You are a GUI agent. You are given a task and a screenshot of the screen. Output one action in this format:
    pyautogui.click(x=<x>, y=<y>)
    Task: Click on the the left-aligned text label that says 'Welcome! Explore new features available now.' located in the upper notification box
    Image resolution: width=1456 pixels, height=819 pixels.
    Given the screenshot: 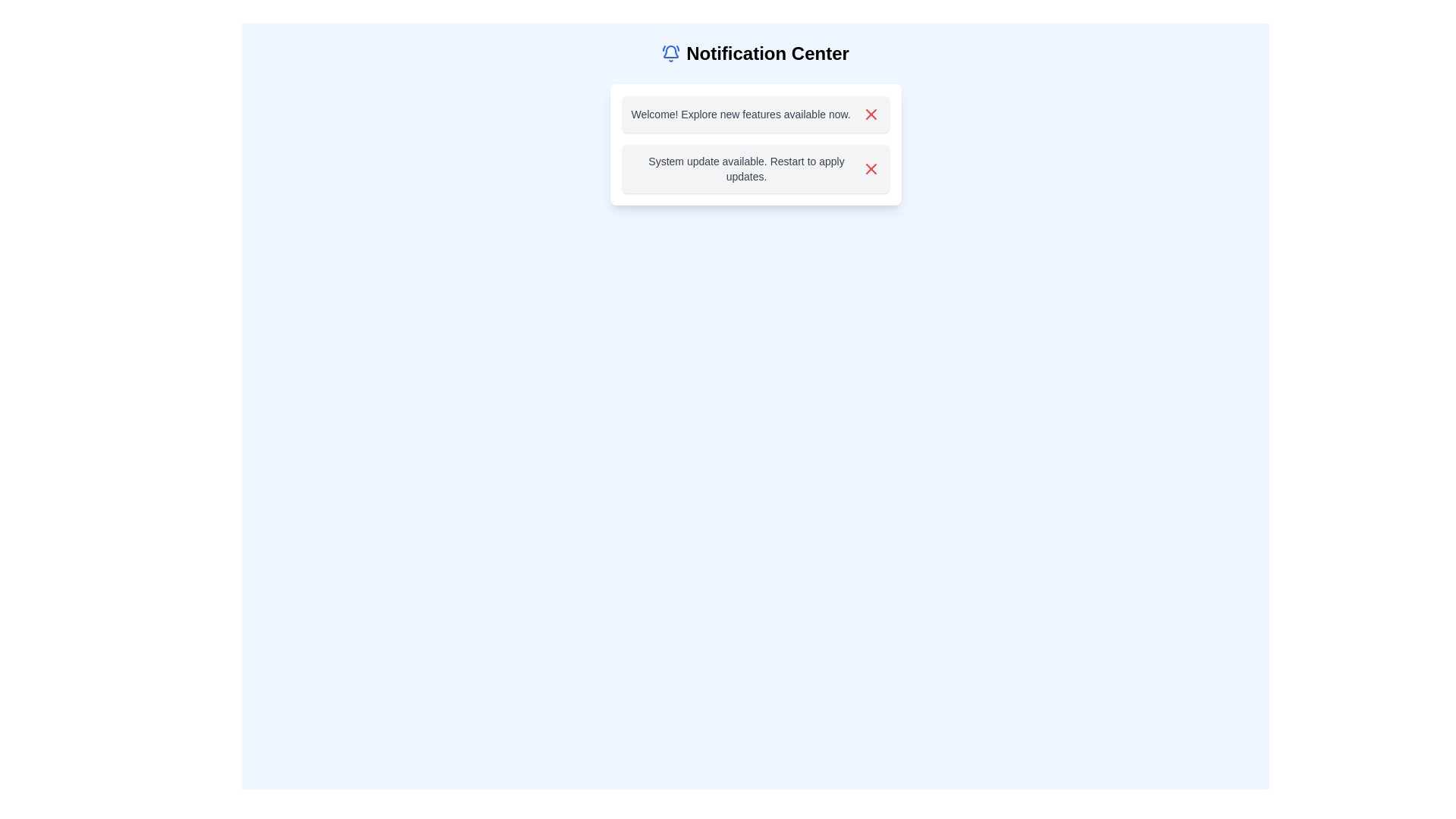 What is the action you would take?
    pyautogui.click(x=741, y=113)
    